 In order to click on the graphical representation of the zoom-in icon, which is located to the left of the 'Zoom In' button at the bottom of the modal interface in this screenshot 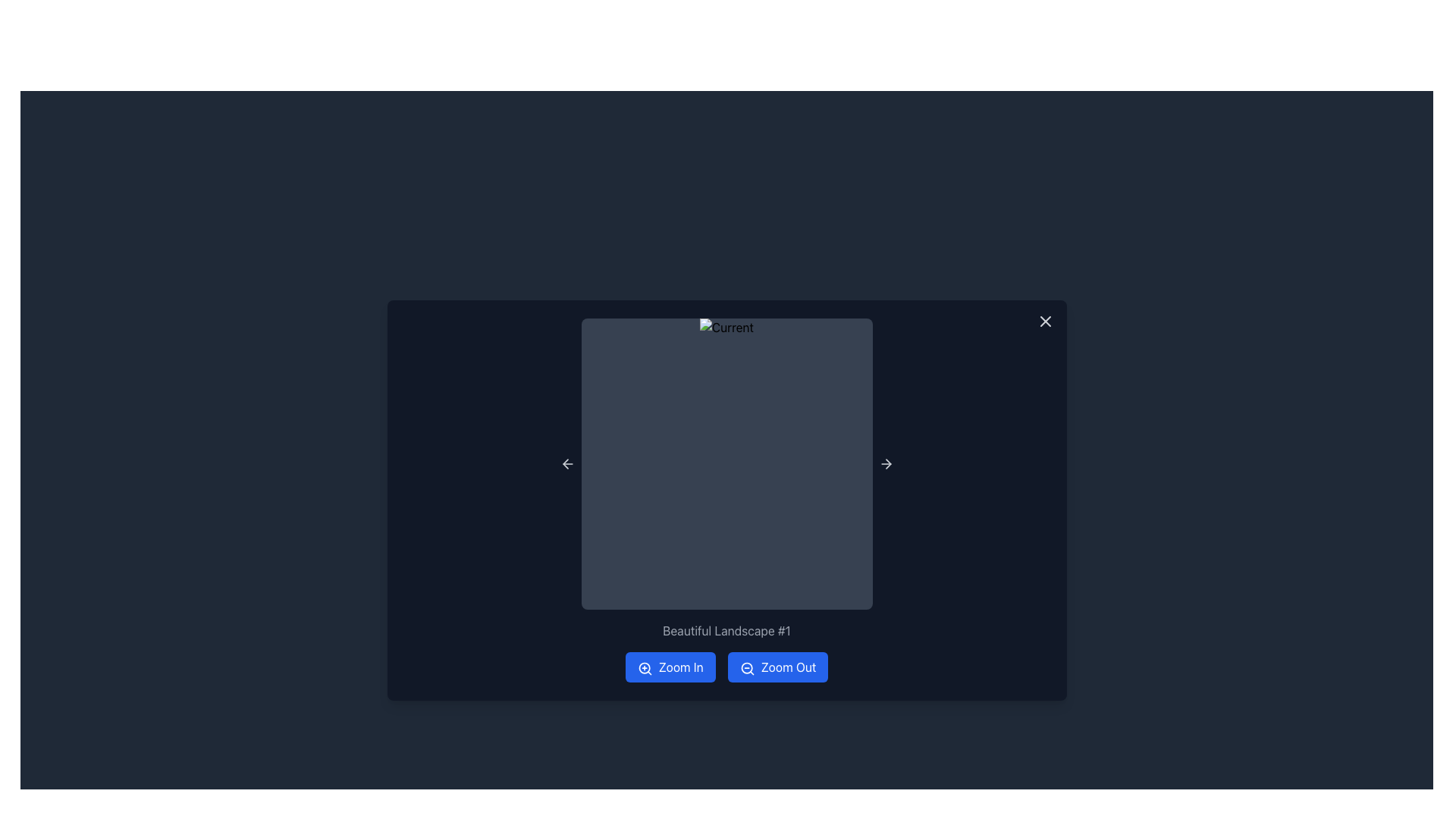, I will do `click(644, 667)`.